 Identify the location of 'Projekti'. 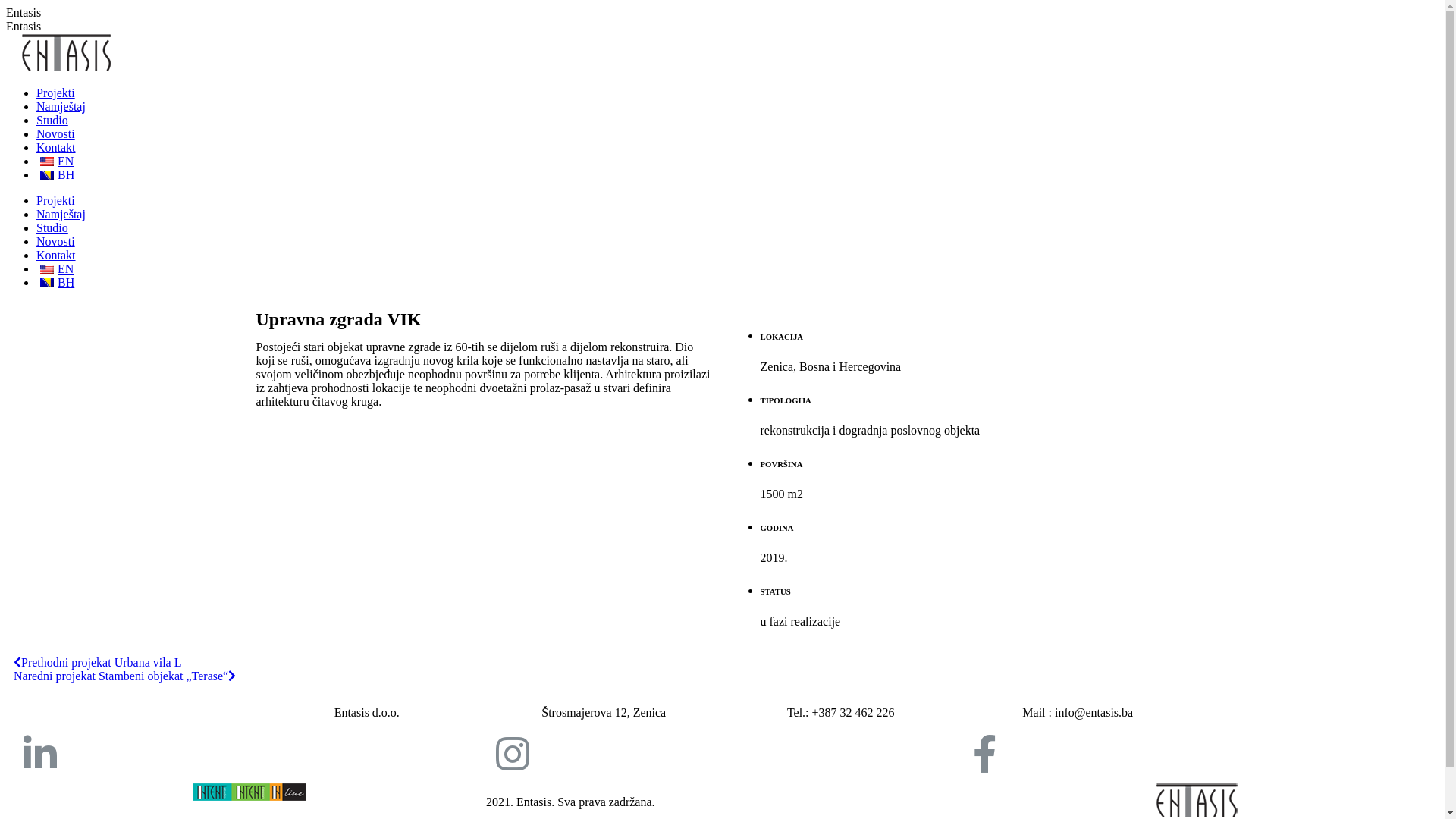
(55, 199).